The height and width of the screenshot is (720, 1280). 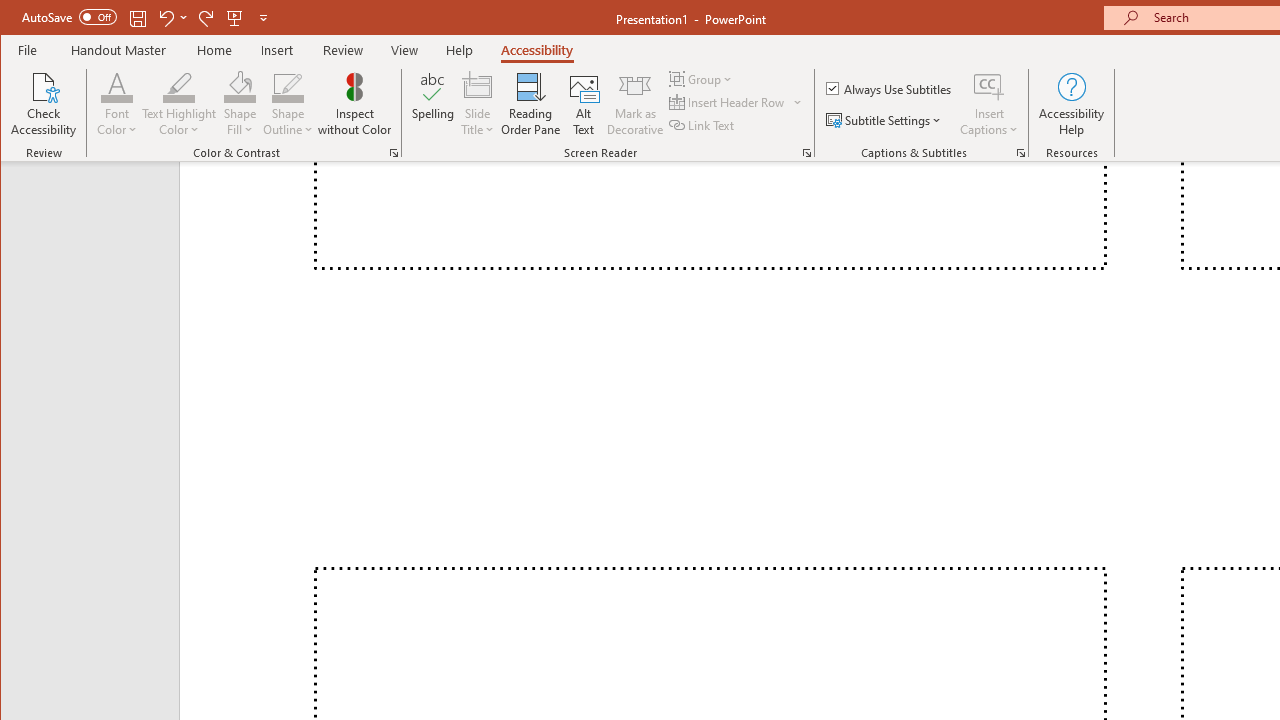 What do you see at coordinates (240, 104) in the screenshot?
I see `'Shape Fill'` at bounding box center [240, 104].